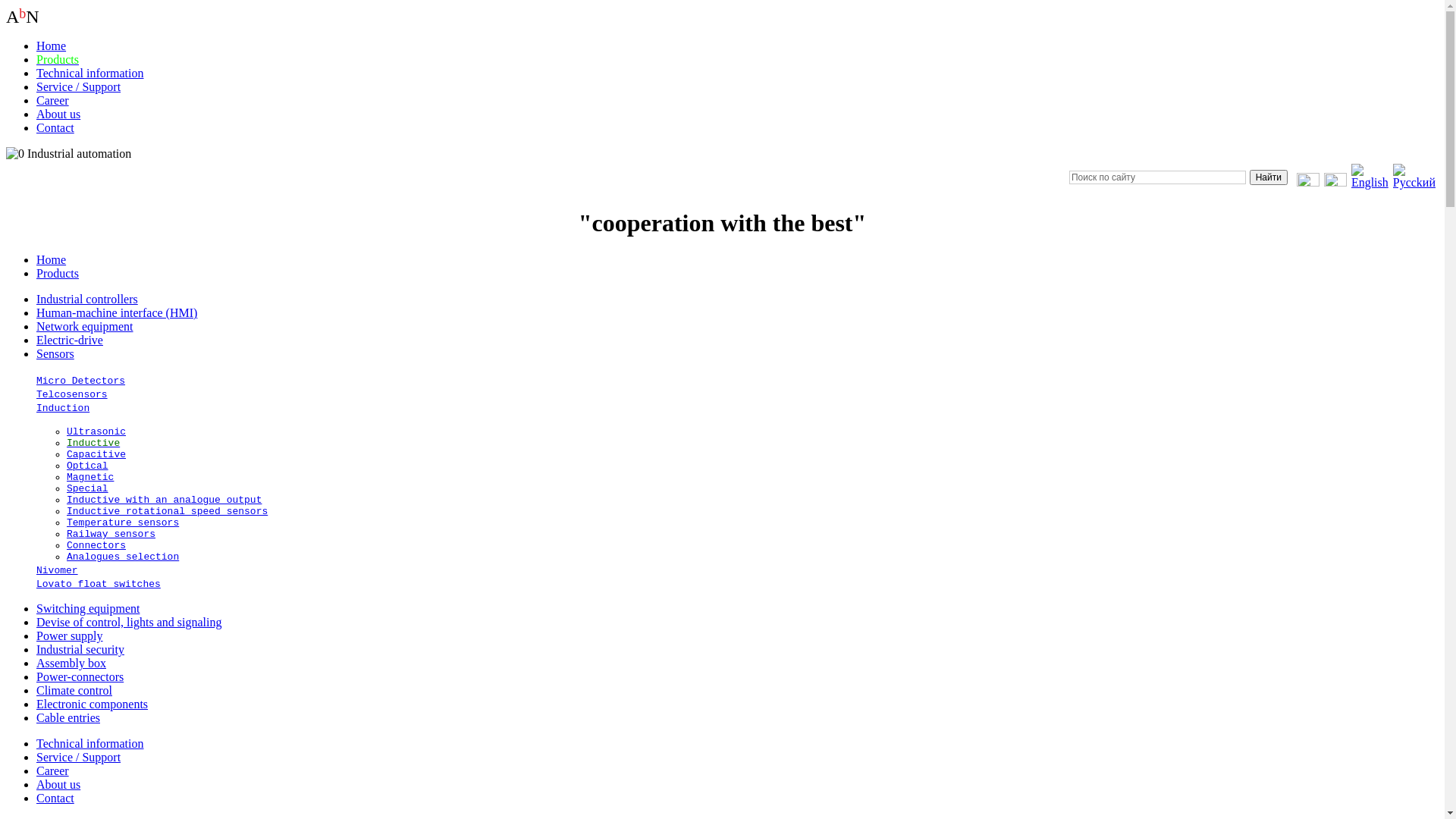 Image resolution: width=1456 pixels, height=819 pixels. Describe the element at coordinates (58, 273) in the screenshot. I see `'Products'` at that location.